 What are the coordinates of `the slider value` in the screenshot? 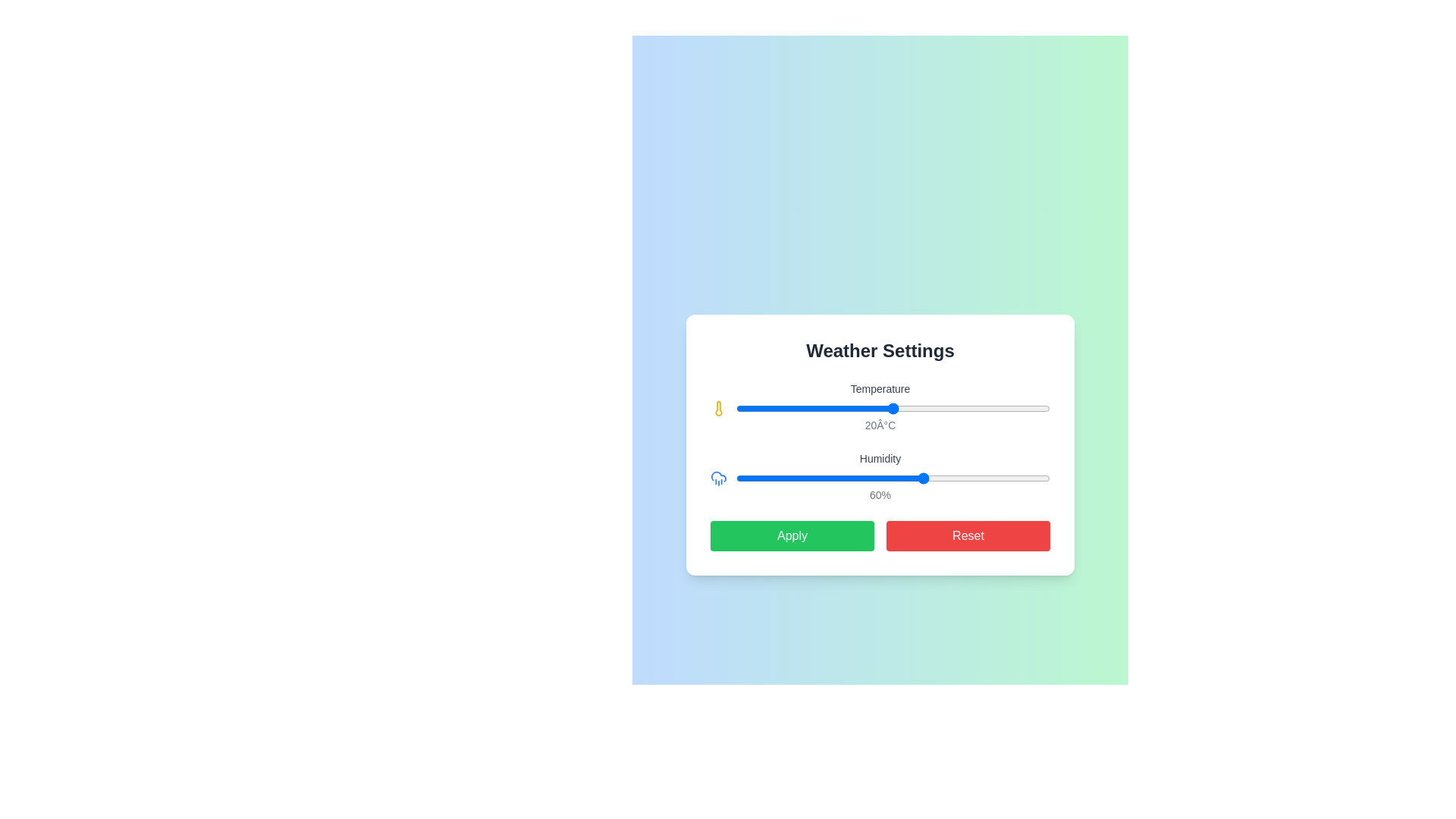 It's located at (921, 479).